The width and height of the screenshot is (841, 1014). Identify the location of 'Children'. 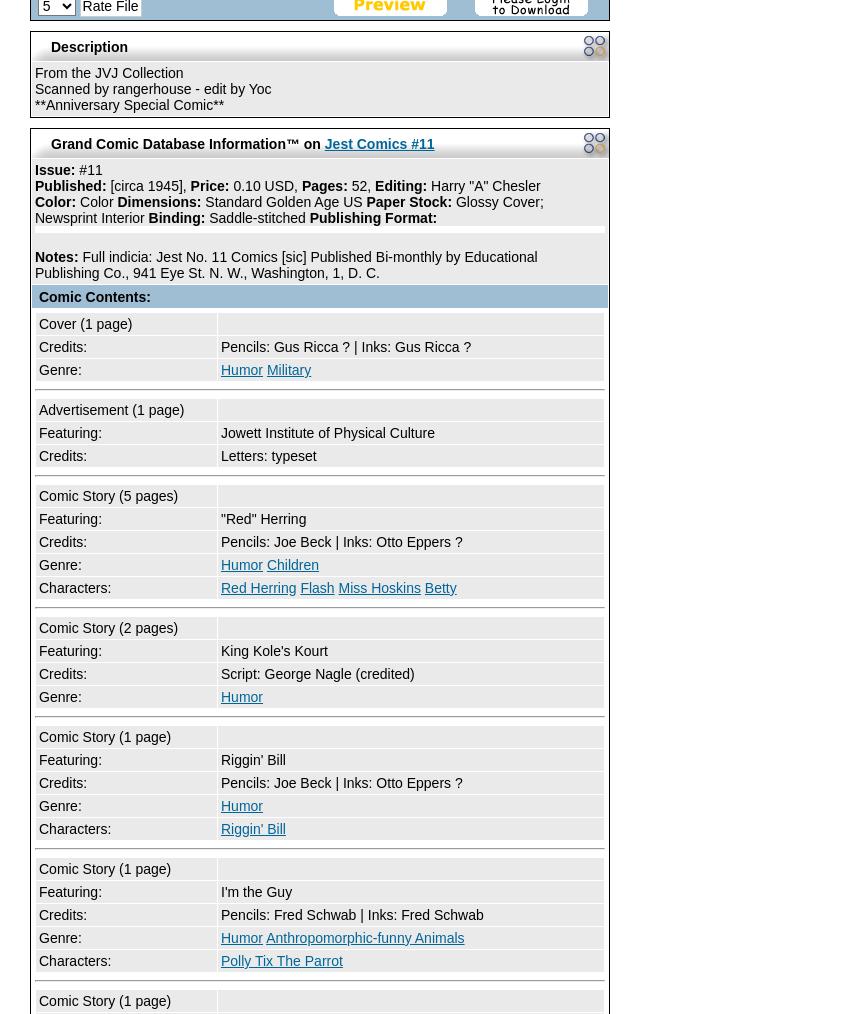
(291, 564).